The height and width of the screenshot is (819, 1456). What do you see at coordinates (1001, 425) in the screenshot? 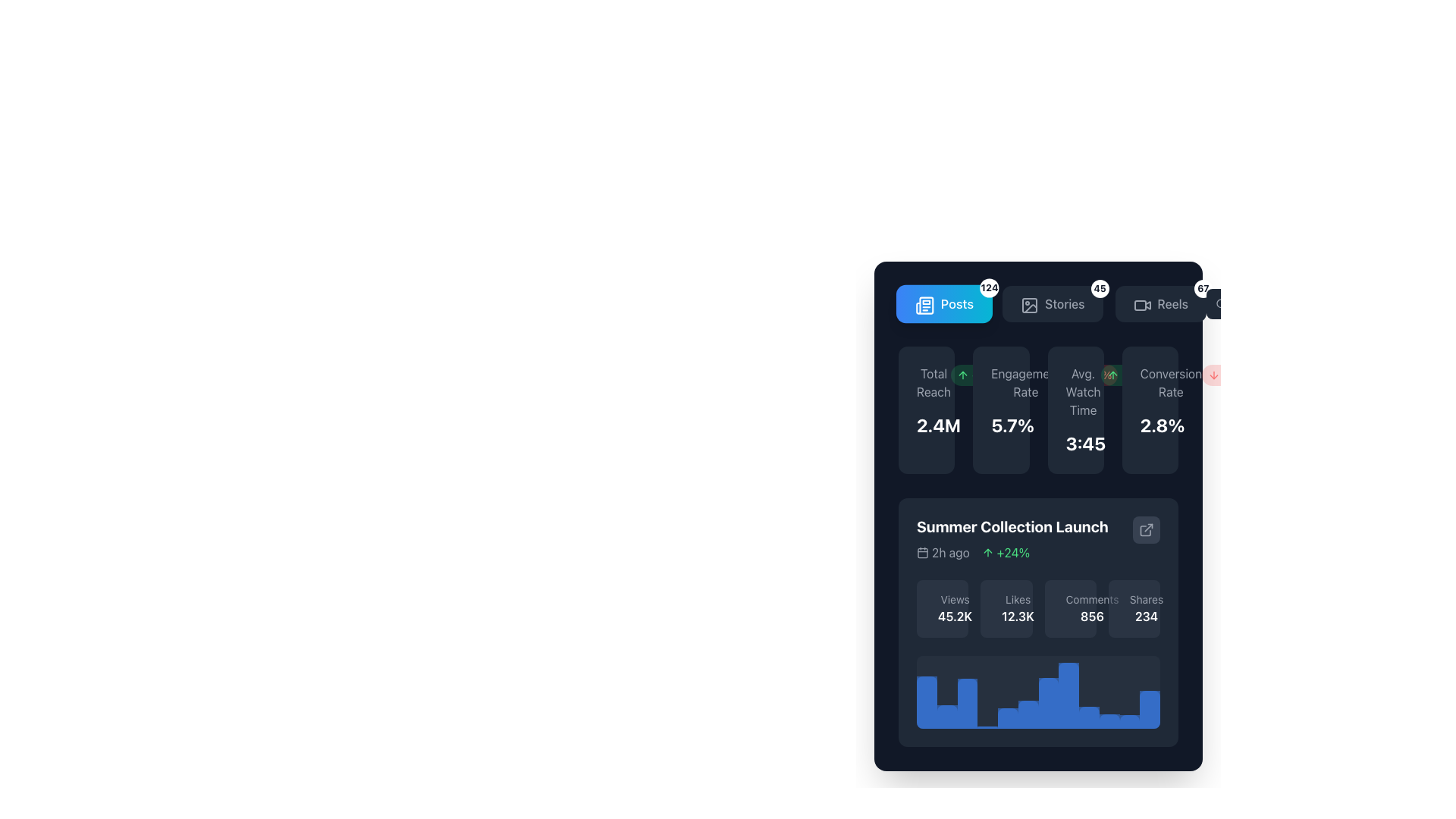
I see `the static text displaying the engagement rate percentage located in the bottom right corner of the user statistics card under the 'Engagement Rate' header` at bounding box center [1001, 425].